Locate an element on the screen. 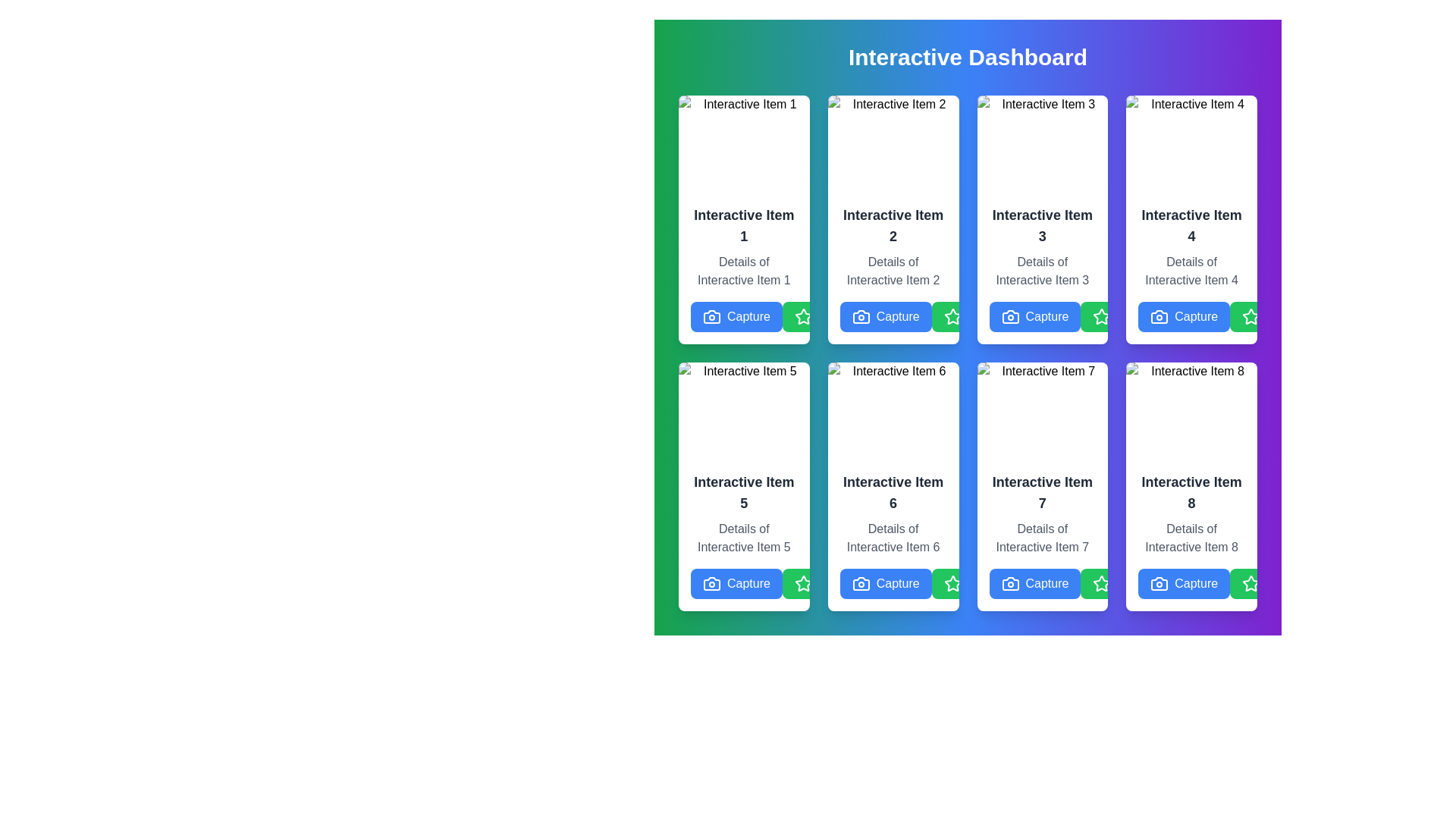 The width and height of the screenshot is (1456, 819). the image with placeholder text 'Item 1' located at the top of the card labeled 'Interactive Item 1.' is located at coordinates (744, 143).